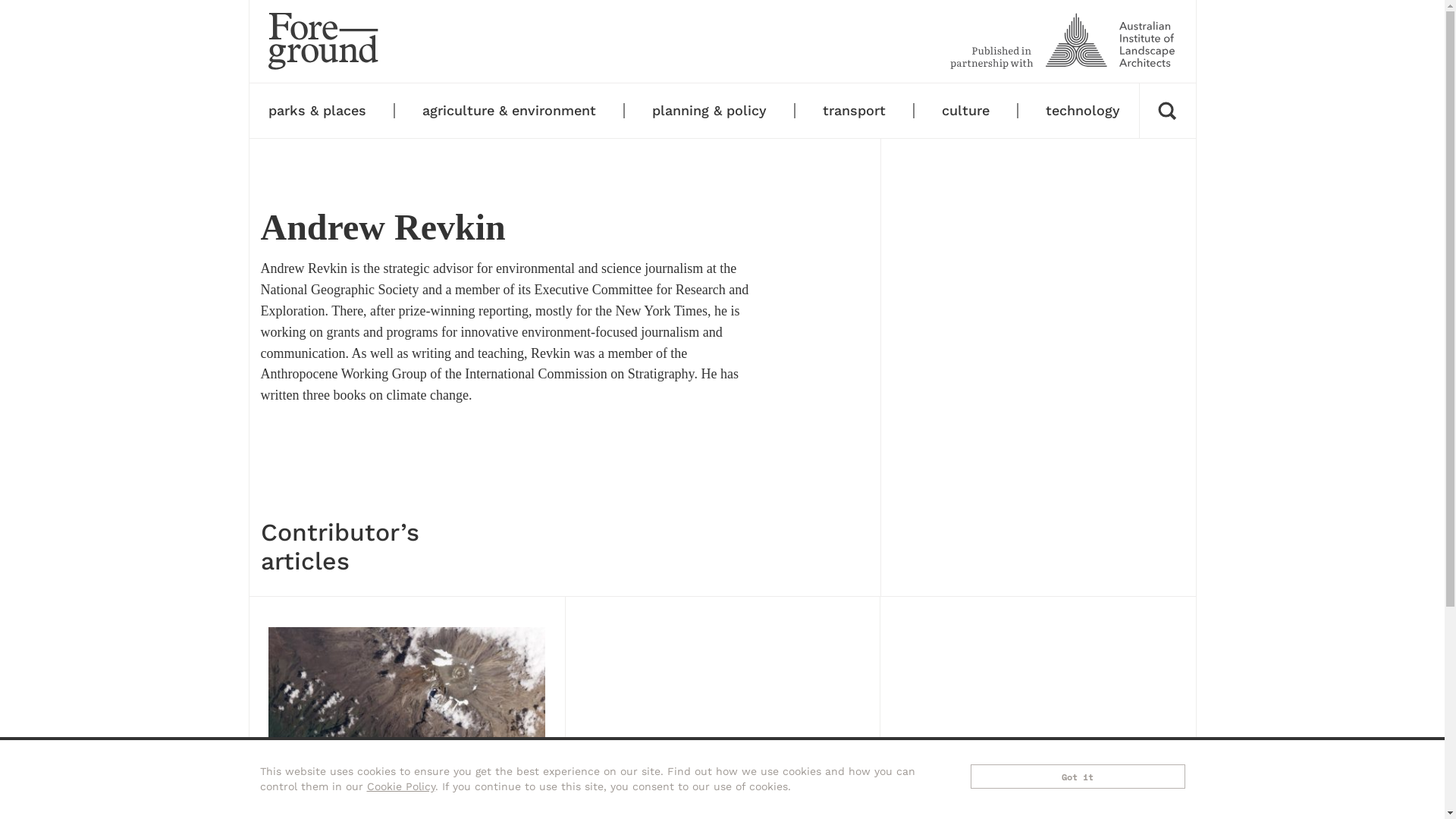  Describe the element at coordinates (971, 776) in the screenshot. I see `'Got it'` at that location.